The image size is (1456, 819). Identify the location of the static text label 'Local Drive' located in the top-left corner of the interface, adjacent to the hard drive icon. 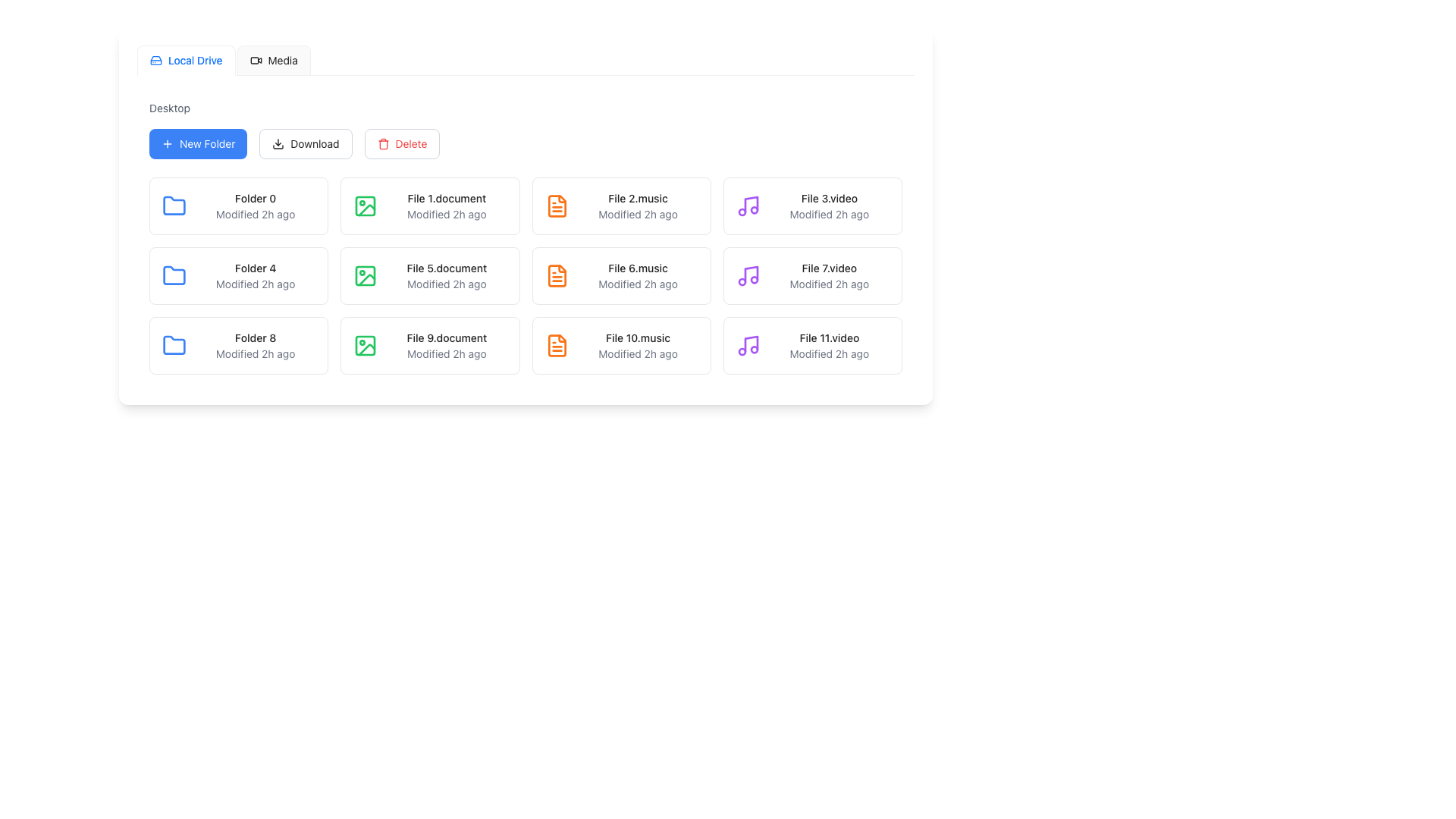
(194, 60).